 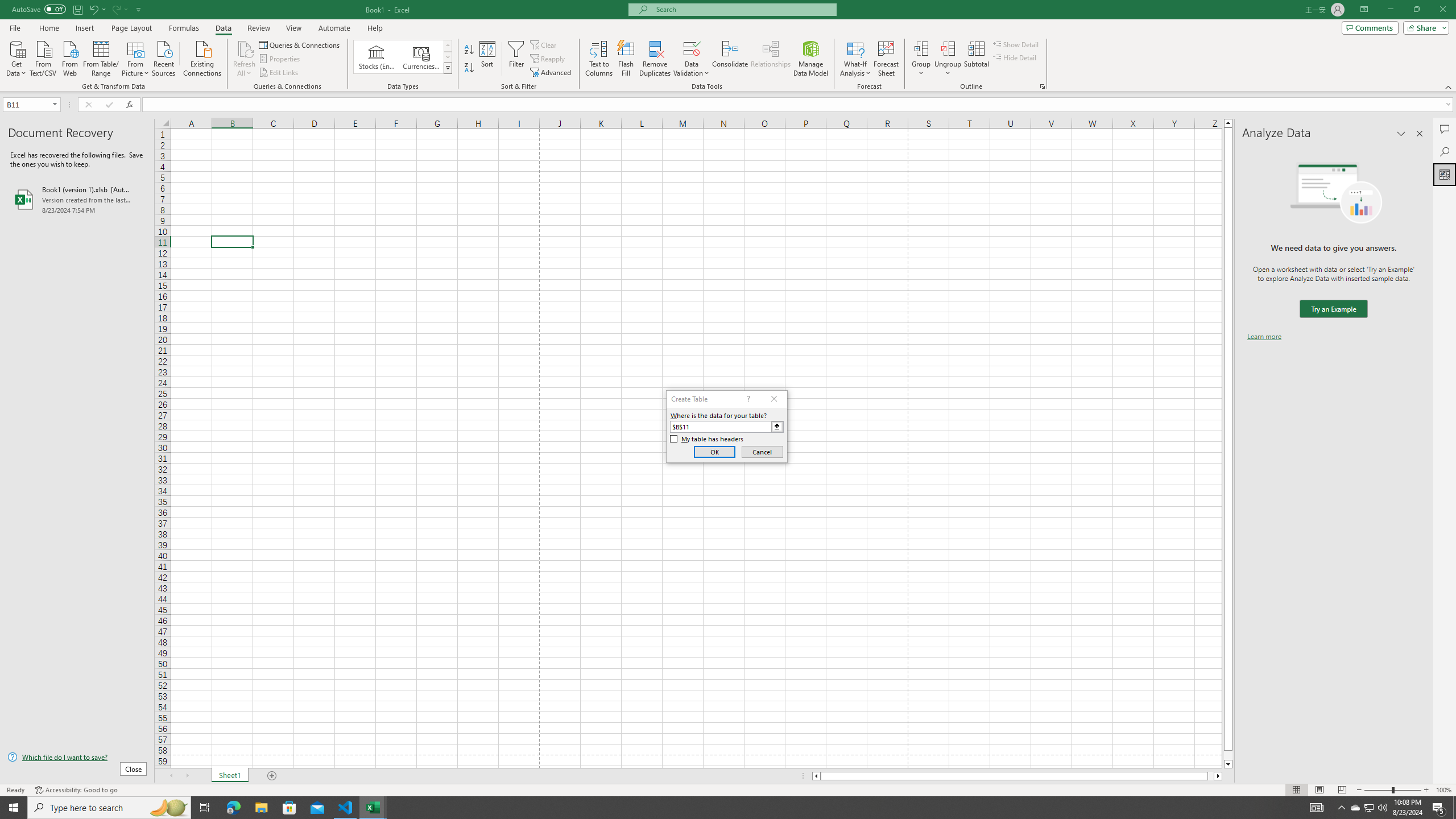 I want to click on 'Filter', so click(x=515, y=59).